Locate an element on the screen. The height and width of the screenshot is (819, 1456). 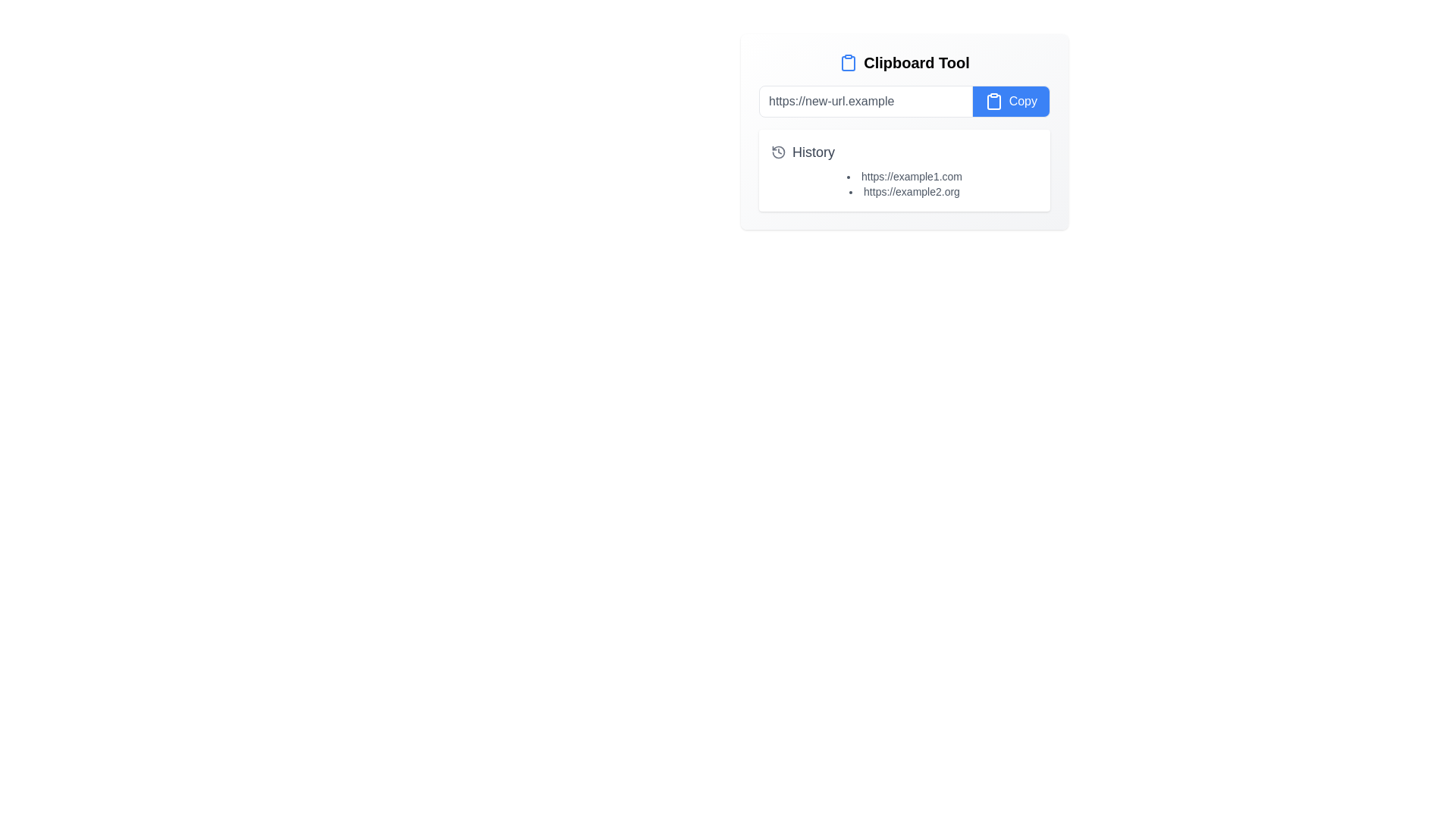
the readonly text input field displaying the URL 'https://new-url.example' is located at coordinates (865, 102).